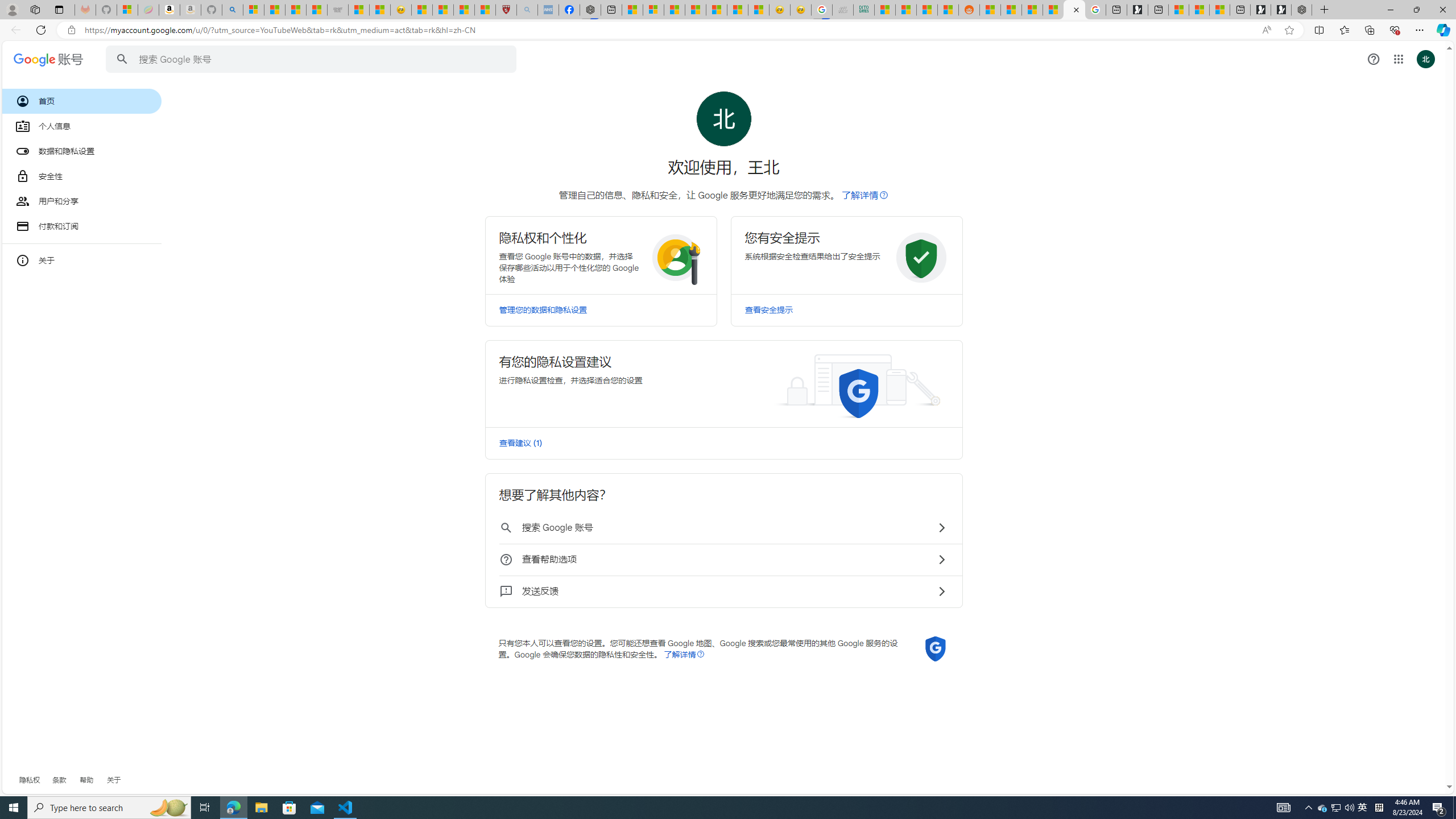 The height and width of the screenshot is (819, 1456). I want to click on 'Recipes - MSN', so click(421, 9).